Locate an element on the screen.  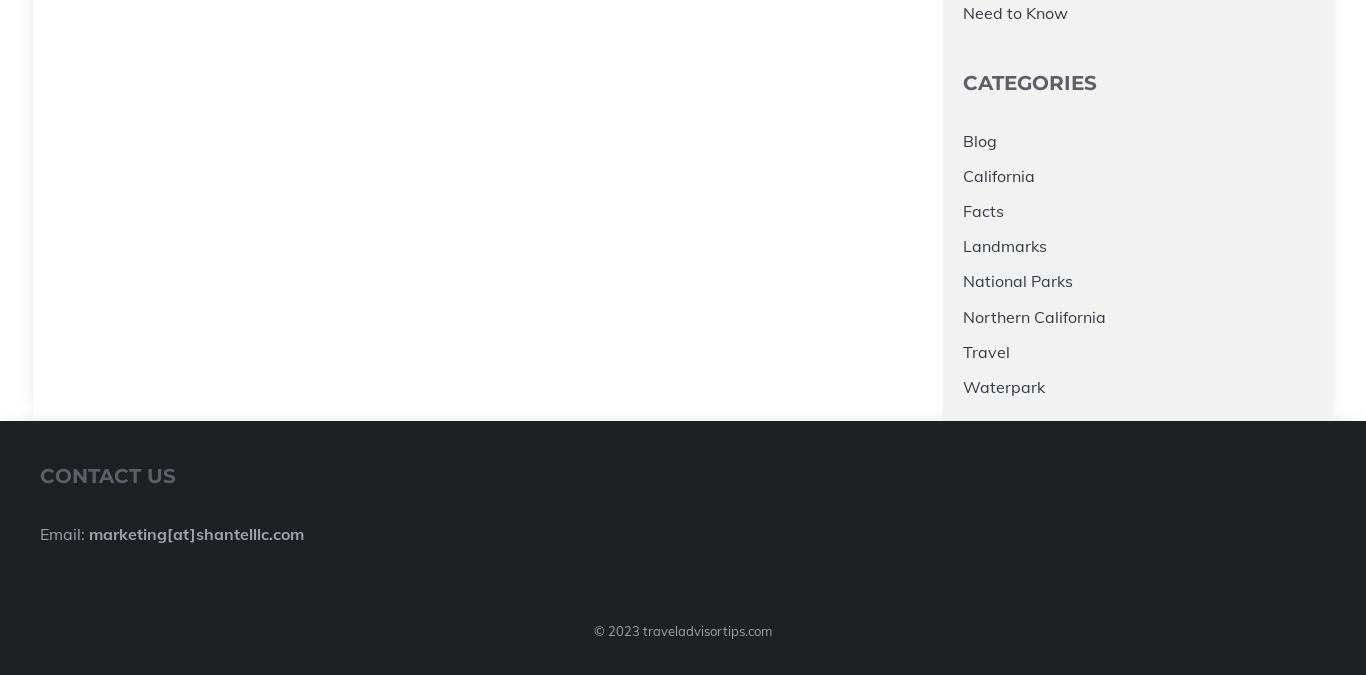
'Facts' is located at coordinates (983, 211).